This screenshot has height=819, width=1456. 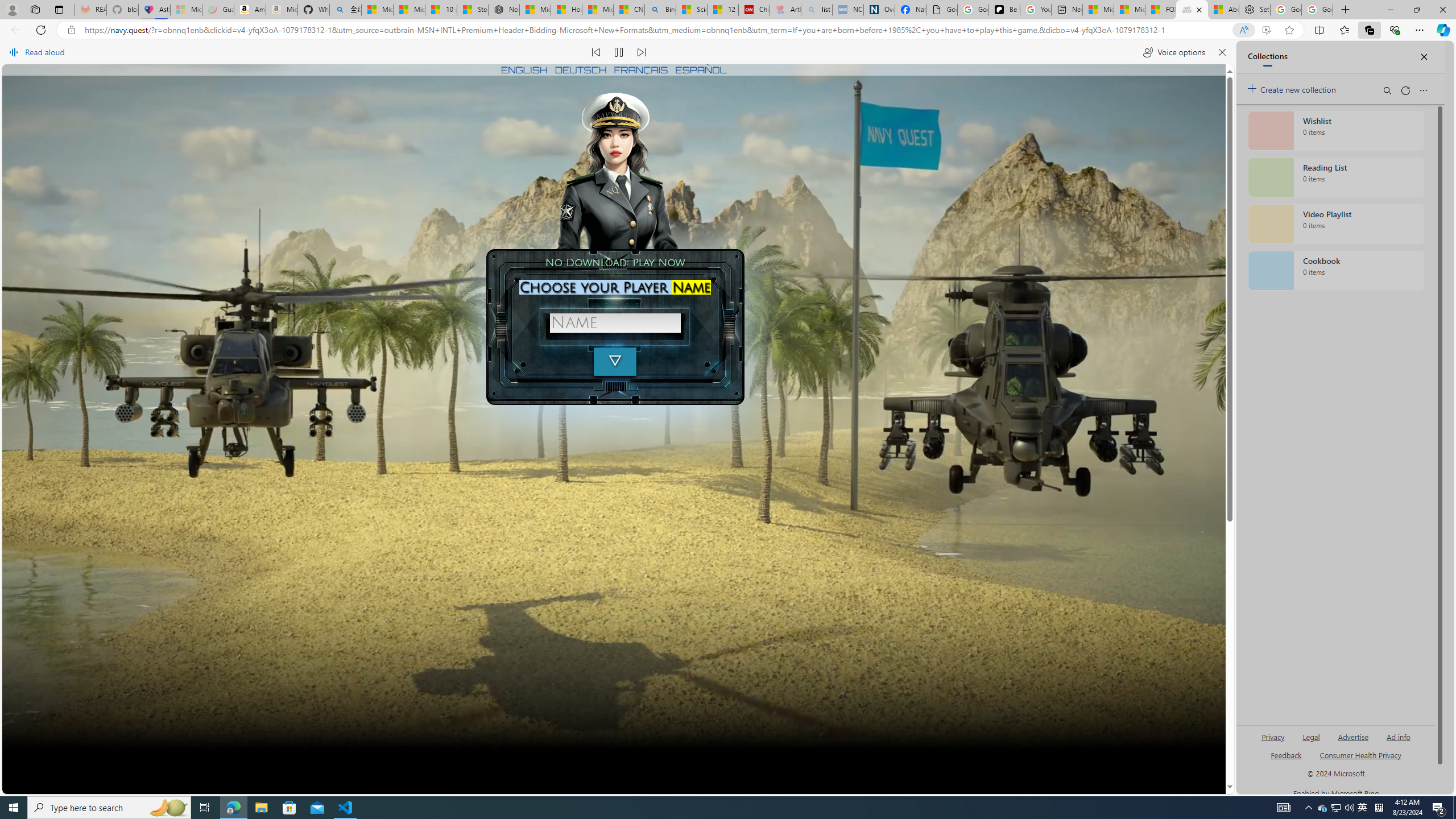 I want to click on 'Favorites', so click(x=1345, y=29).